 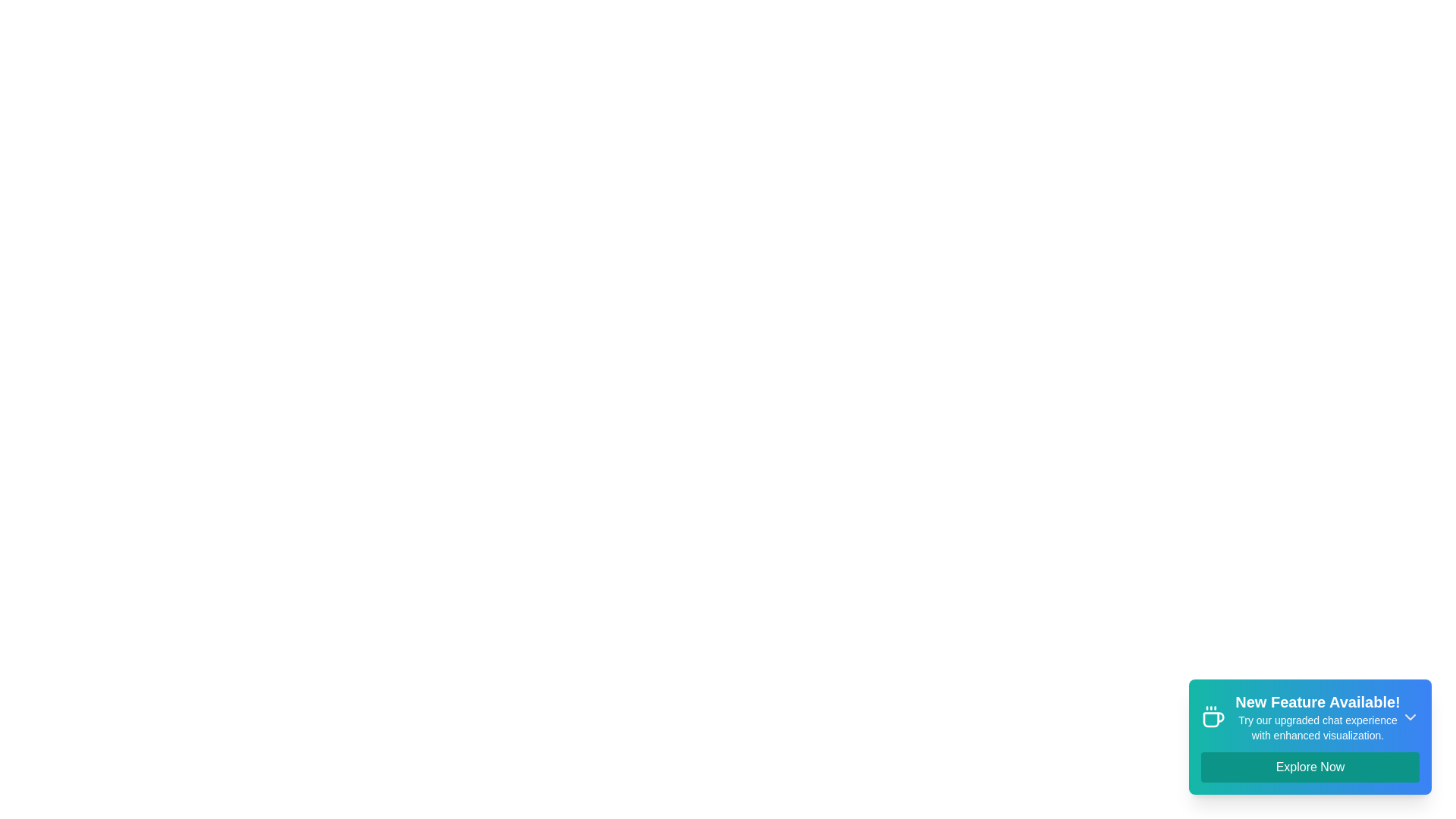 I want to click on the close icon to dismiss the snackbar, so click(x=1410, y=717).